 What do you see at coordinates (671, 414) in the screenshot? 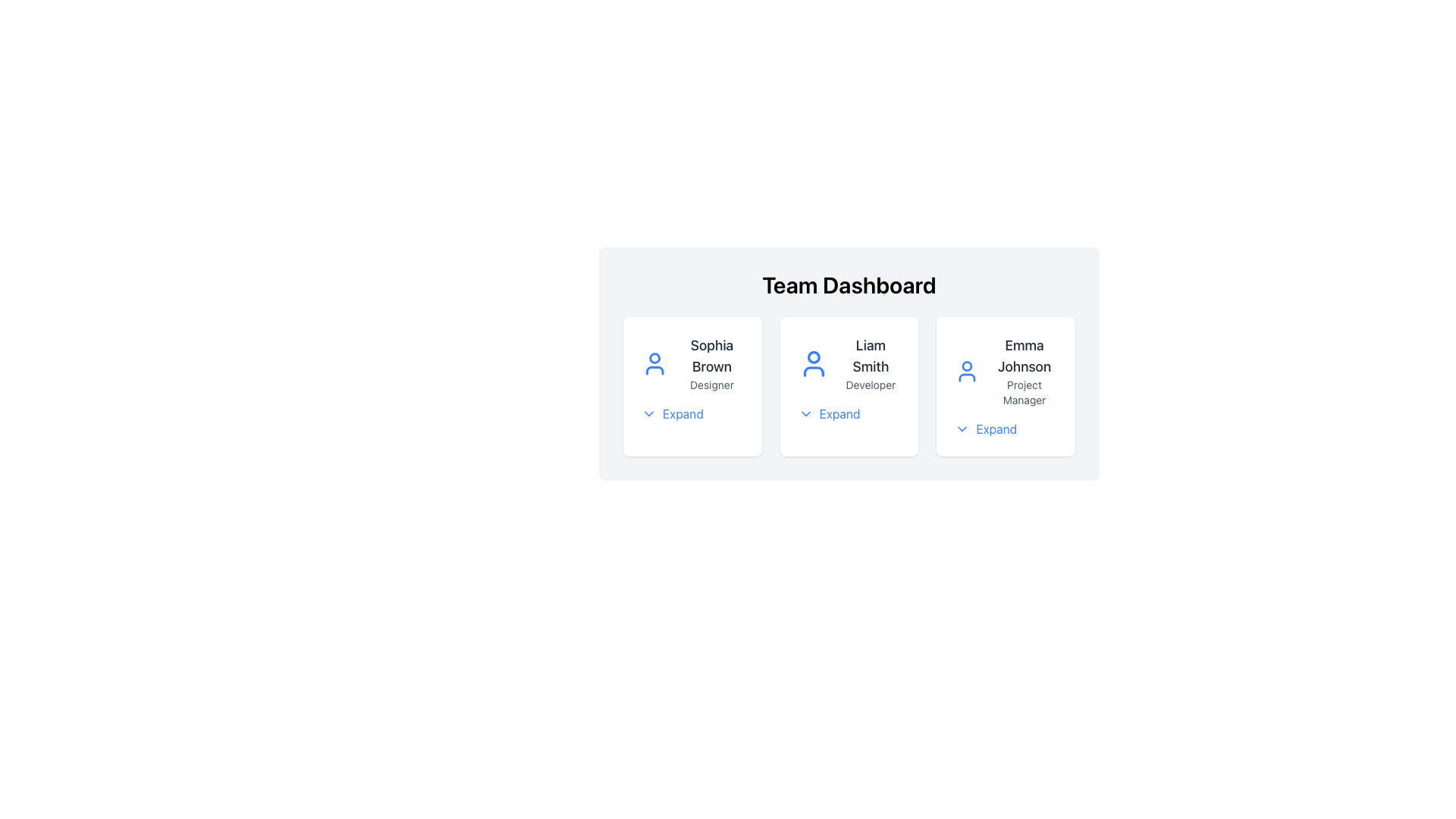
I see `the 'Expand' button with a chevron-down icon located under the user card for 'Sophia Brown' in the Team Dashboard layout` at bounding box center [671, 414].